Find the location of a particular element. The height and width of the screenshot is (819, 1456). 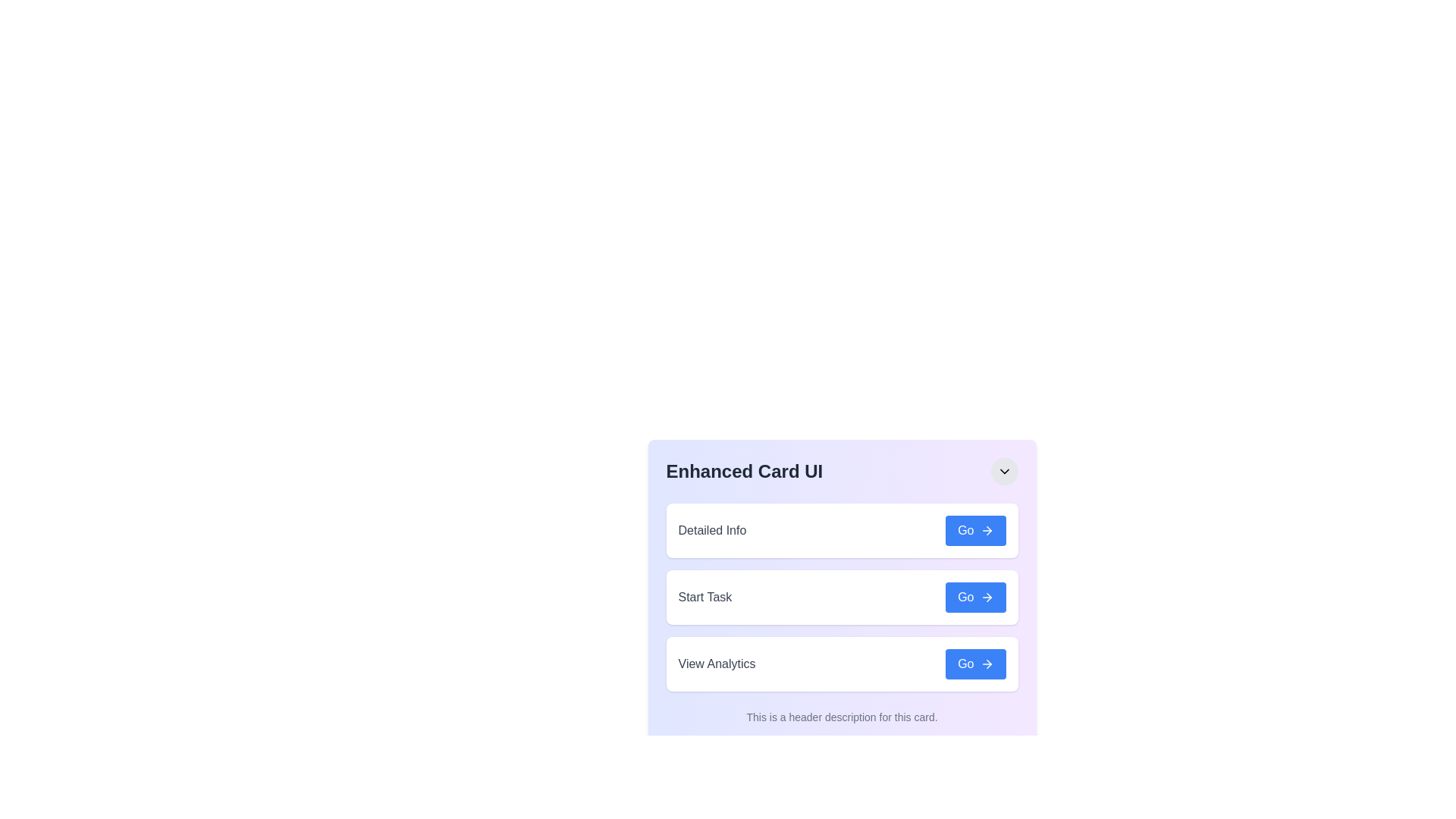

the 'Start Task' button located in the bottom-right corner of the card section to observe its hover effects is located at coordinates (975, 596).